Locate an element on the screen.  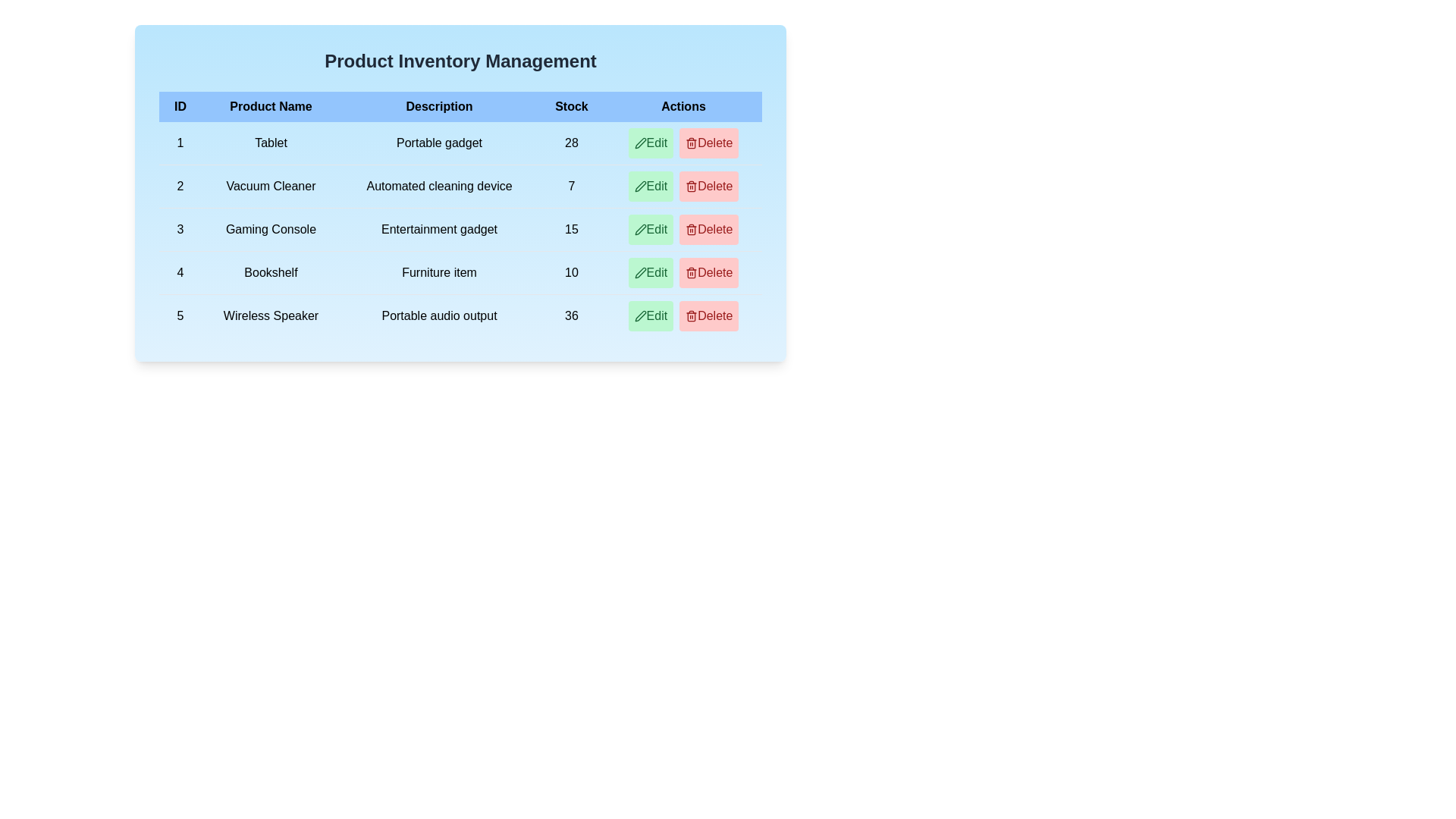
the text label displaying 'Wireless Speaker' located in the 'Product Name' column of the fifth row in the table is located at coordinates (271, 315).